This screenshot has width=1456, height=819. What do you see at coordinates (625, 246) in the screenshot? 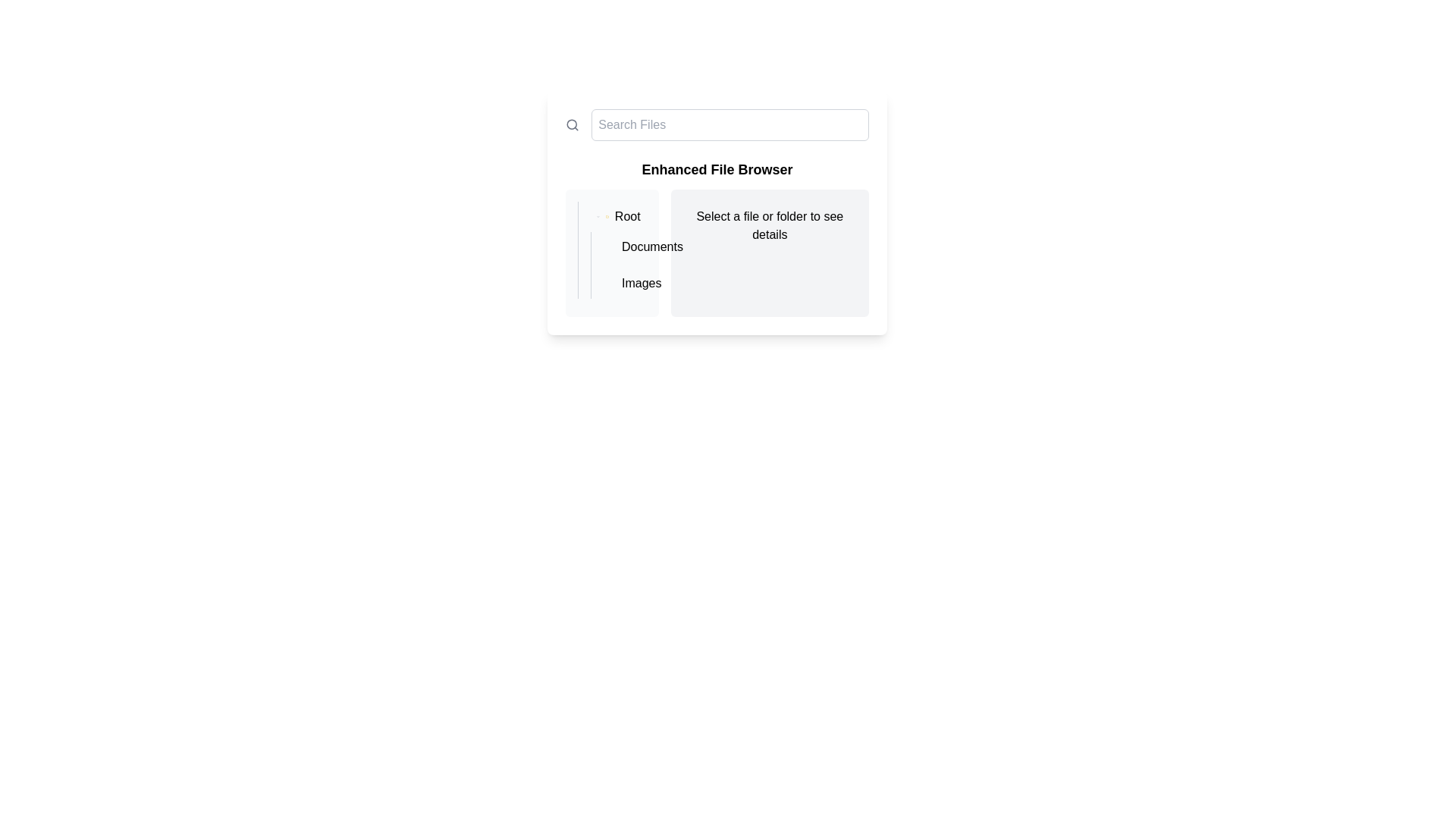
I see `the 'Documents' text label, which is styled in bold and located in the left panel of the file browser` at bounding box center [625, 246].